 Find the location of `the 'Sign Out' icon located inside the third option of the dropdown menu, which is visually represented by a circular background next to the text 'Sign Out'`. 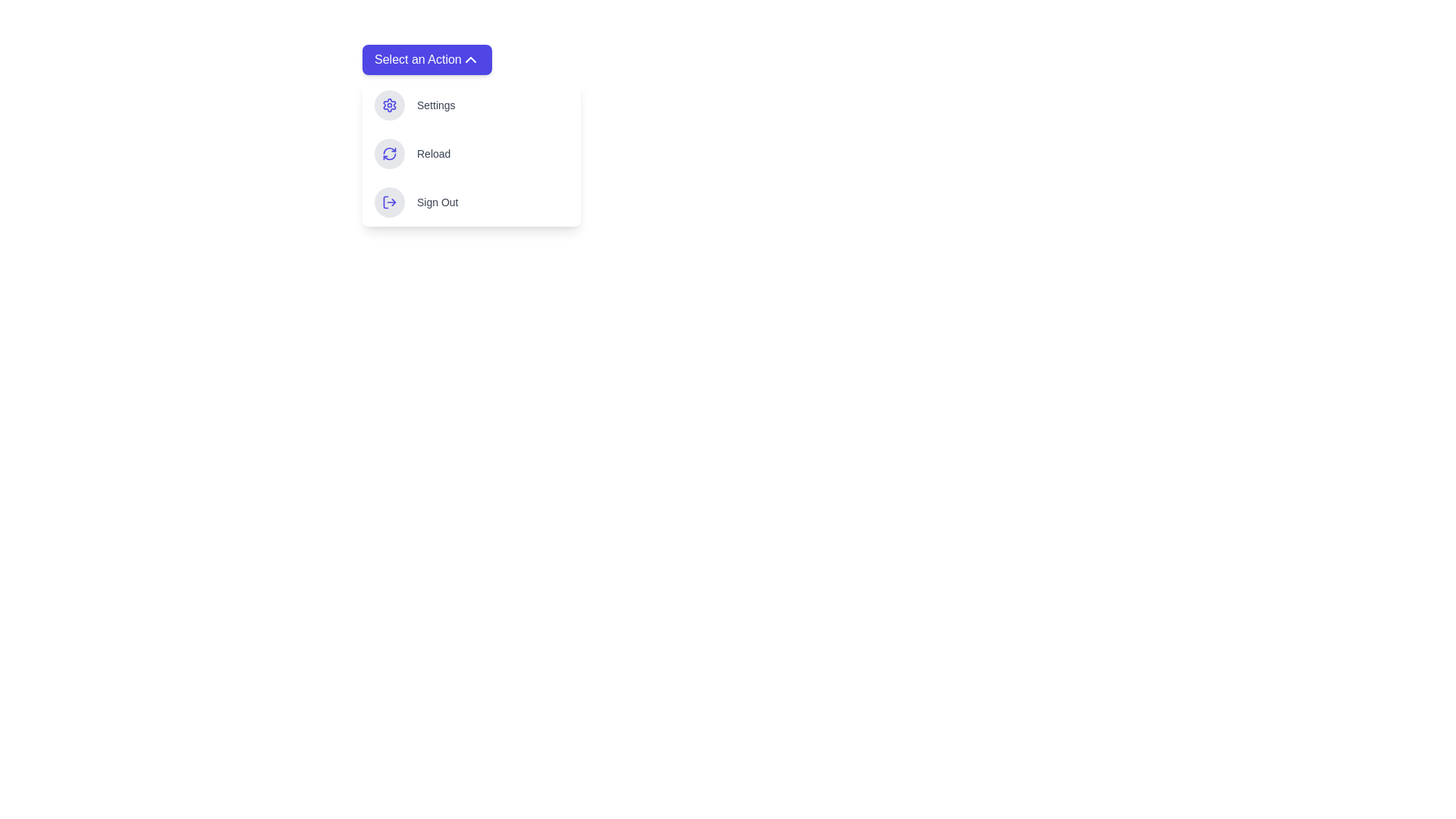

the 'Sign Out' icon located inside the third option of the dropdown menu, which is visually represented by a circular background next to the text 'Sign Out' is located at coordinates (389, 201).